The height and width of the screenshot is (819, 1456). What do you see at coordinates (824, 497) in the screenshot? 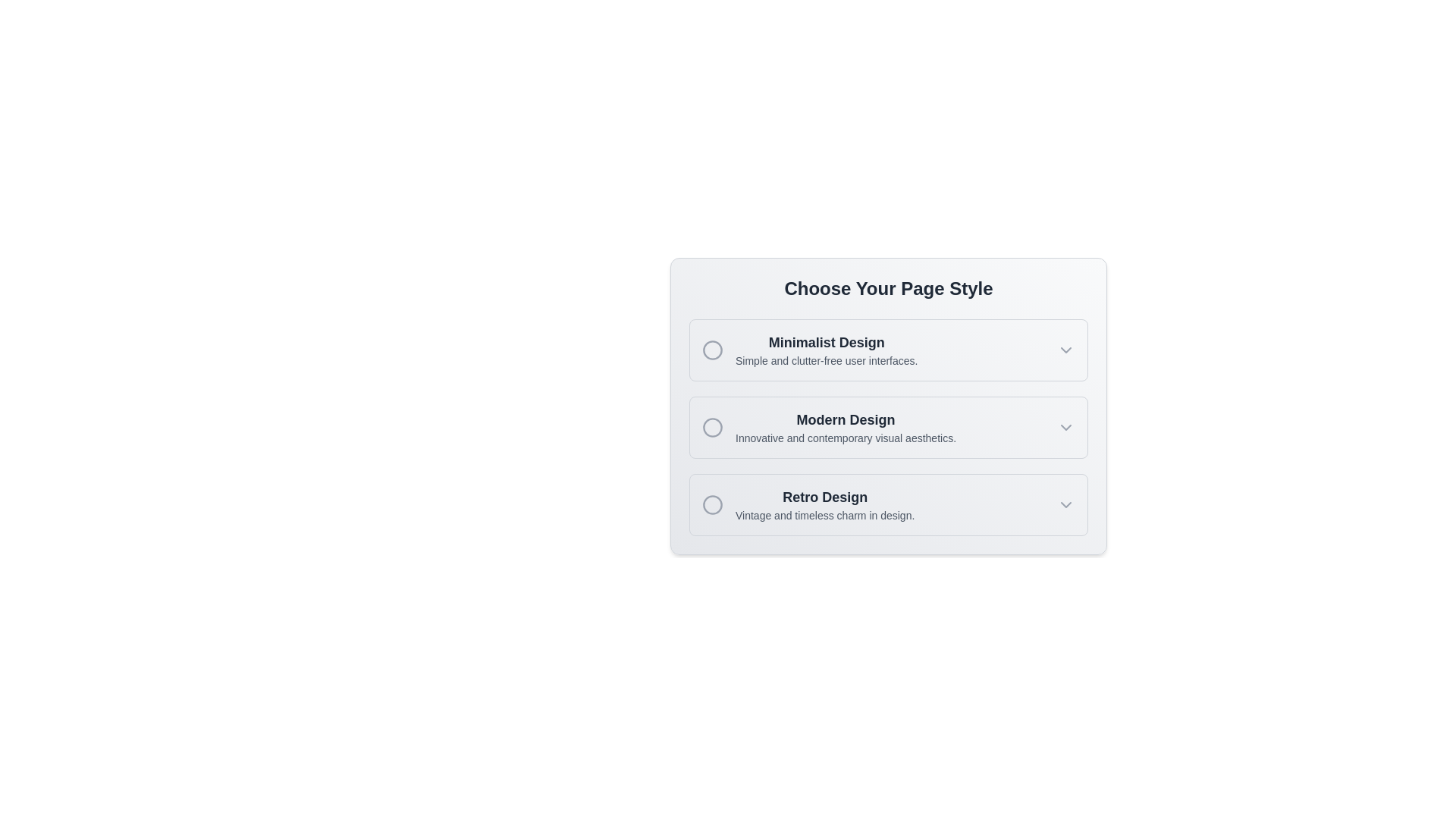
I see `the static text element that serves as the header for an option in the list of design styles, positioned below 'Modern Design' and above the description 'Vintage and timeless charm in design.'` at bounding box center [824, 497].